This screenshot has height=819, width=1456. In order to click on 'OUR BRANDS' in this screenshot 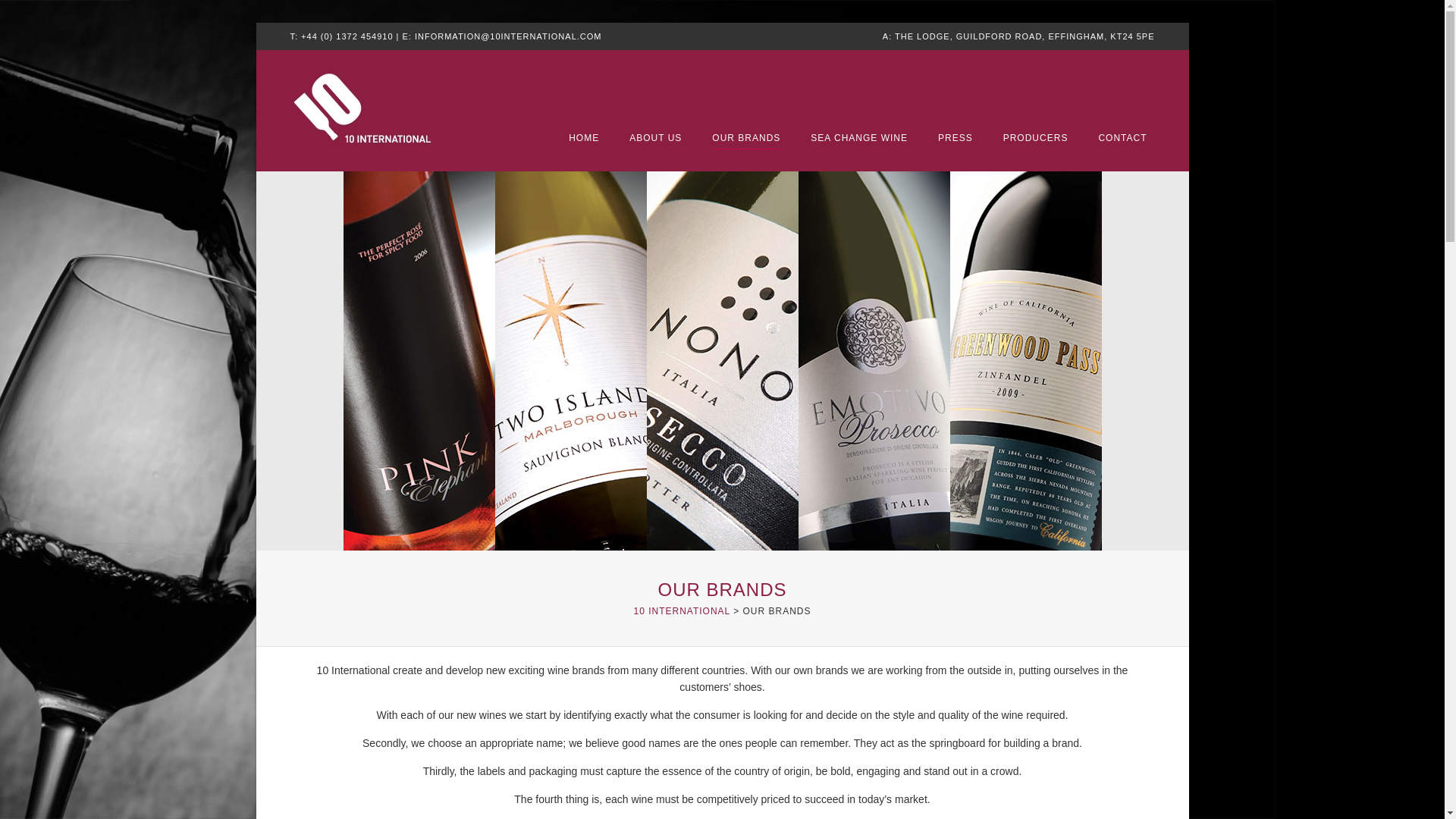, I will do `click(745, 138)`.